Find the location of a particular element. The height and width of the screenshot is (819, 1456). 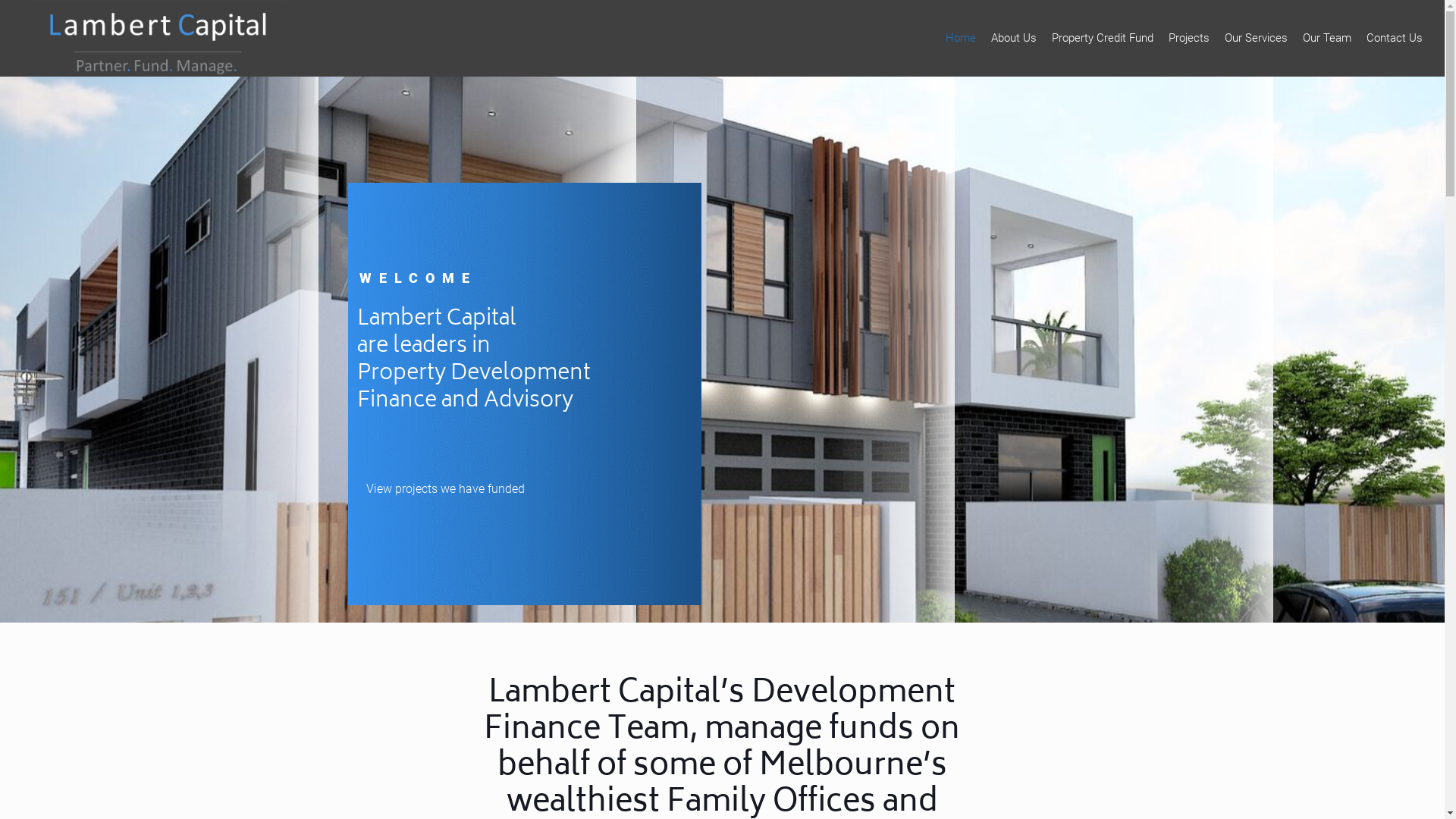

'View projects we have funded' is located at coordinates (444, 488).